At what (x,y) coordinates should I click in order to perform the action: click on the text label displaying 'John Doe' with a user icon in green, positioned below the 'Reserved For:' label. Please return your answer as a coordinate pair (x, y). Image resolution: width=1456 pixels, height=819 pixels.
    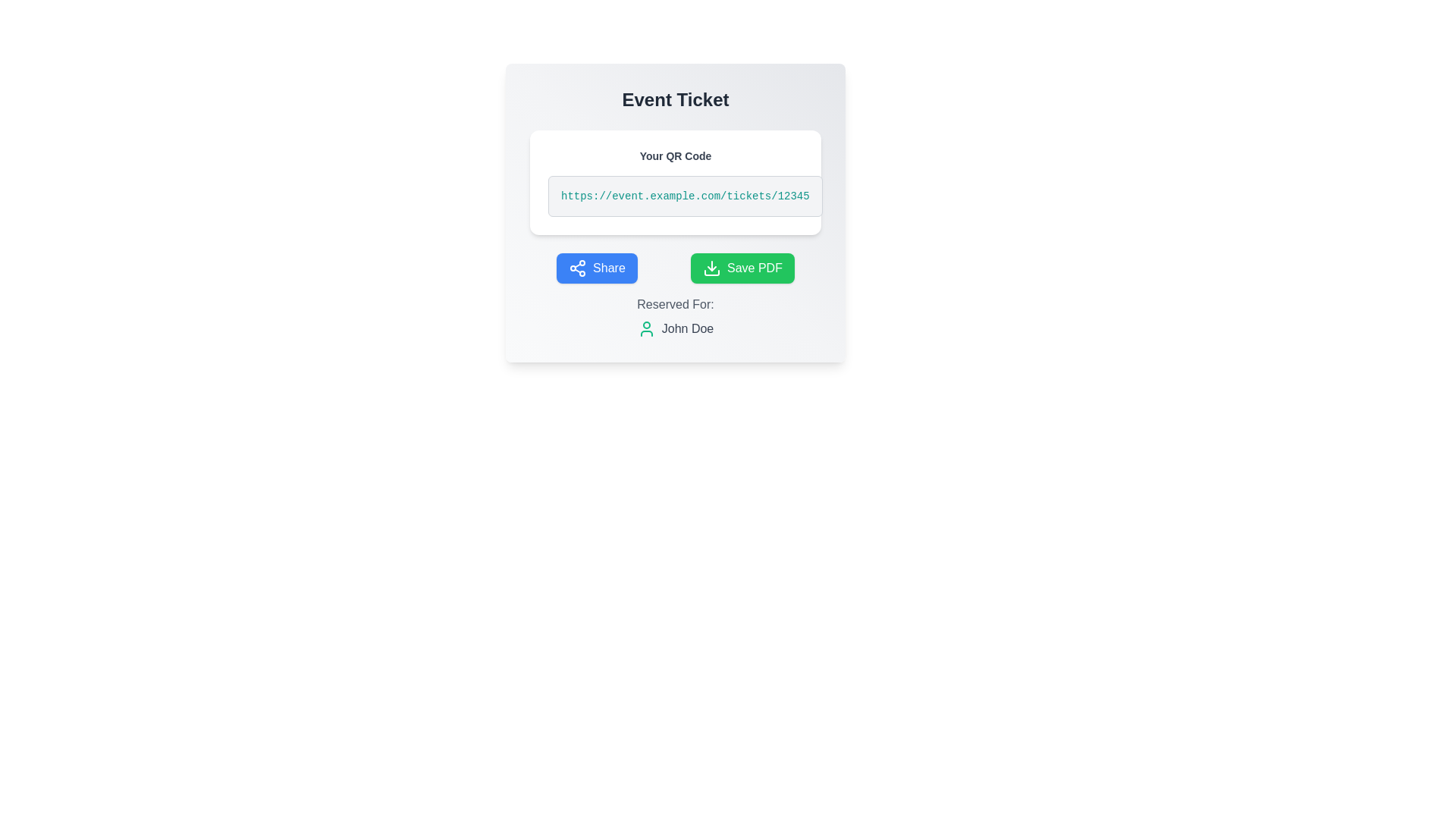
    Looking at the image, I should click on (675, 328).